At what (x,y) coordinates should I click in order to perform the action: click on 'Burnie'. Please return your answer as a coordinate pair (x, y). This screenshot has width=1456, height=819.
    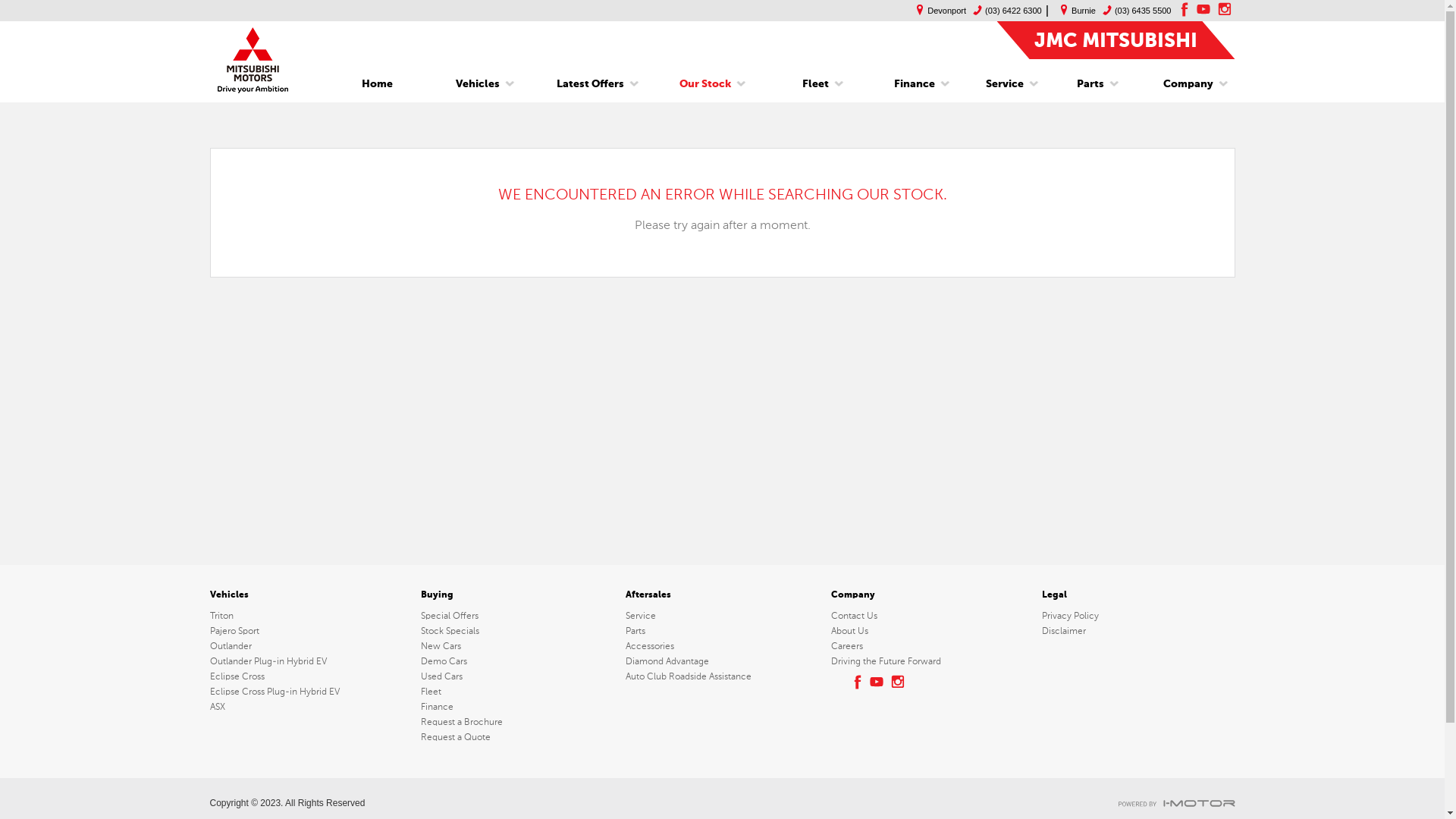
    Looking at the image, I should click on (1073, 11).